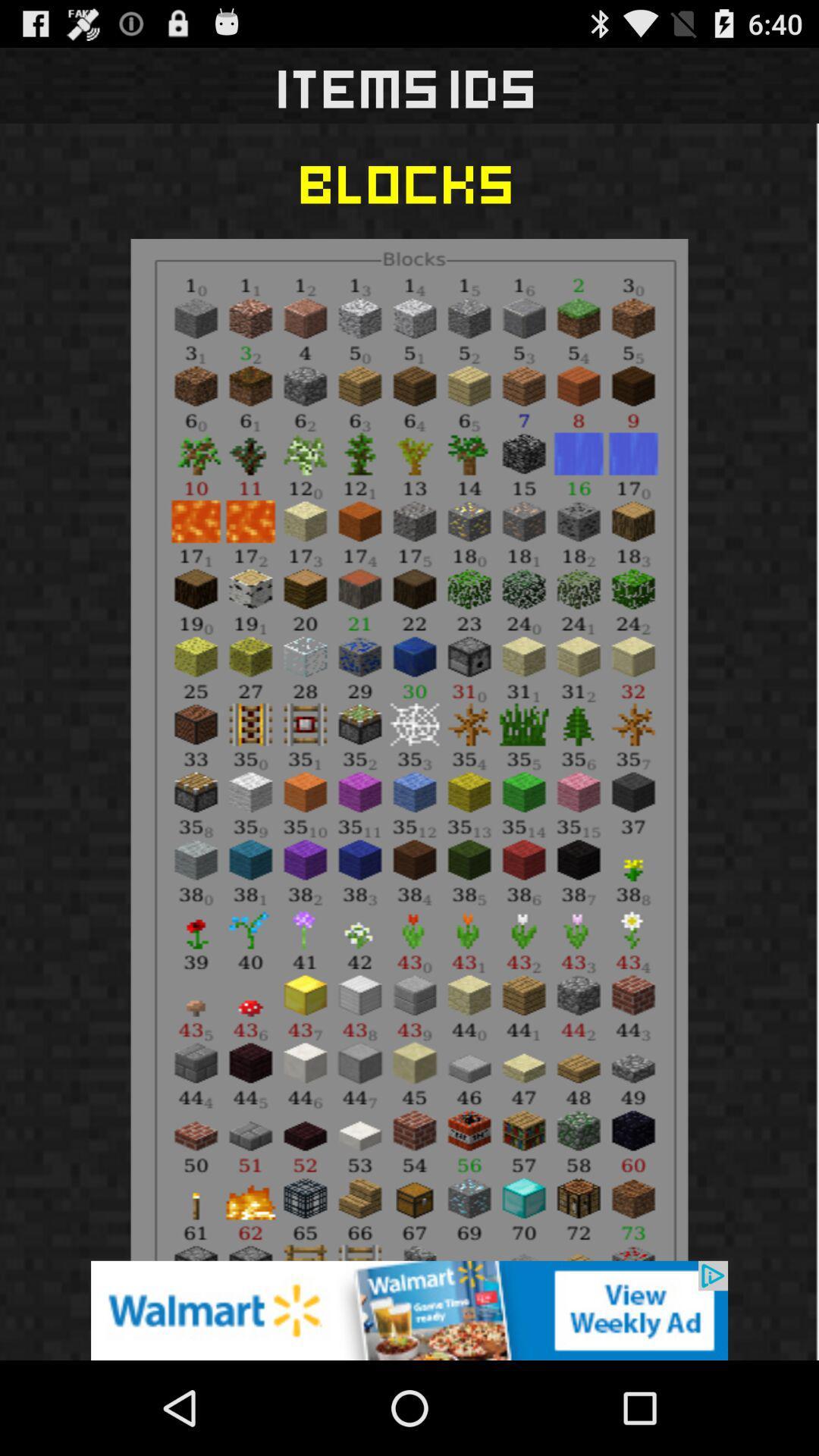 This screenshot has height=1456, width=819. Describe the element at coordinates (409, 1310) in the screenshot. I see `advertisement` at that location.